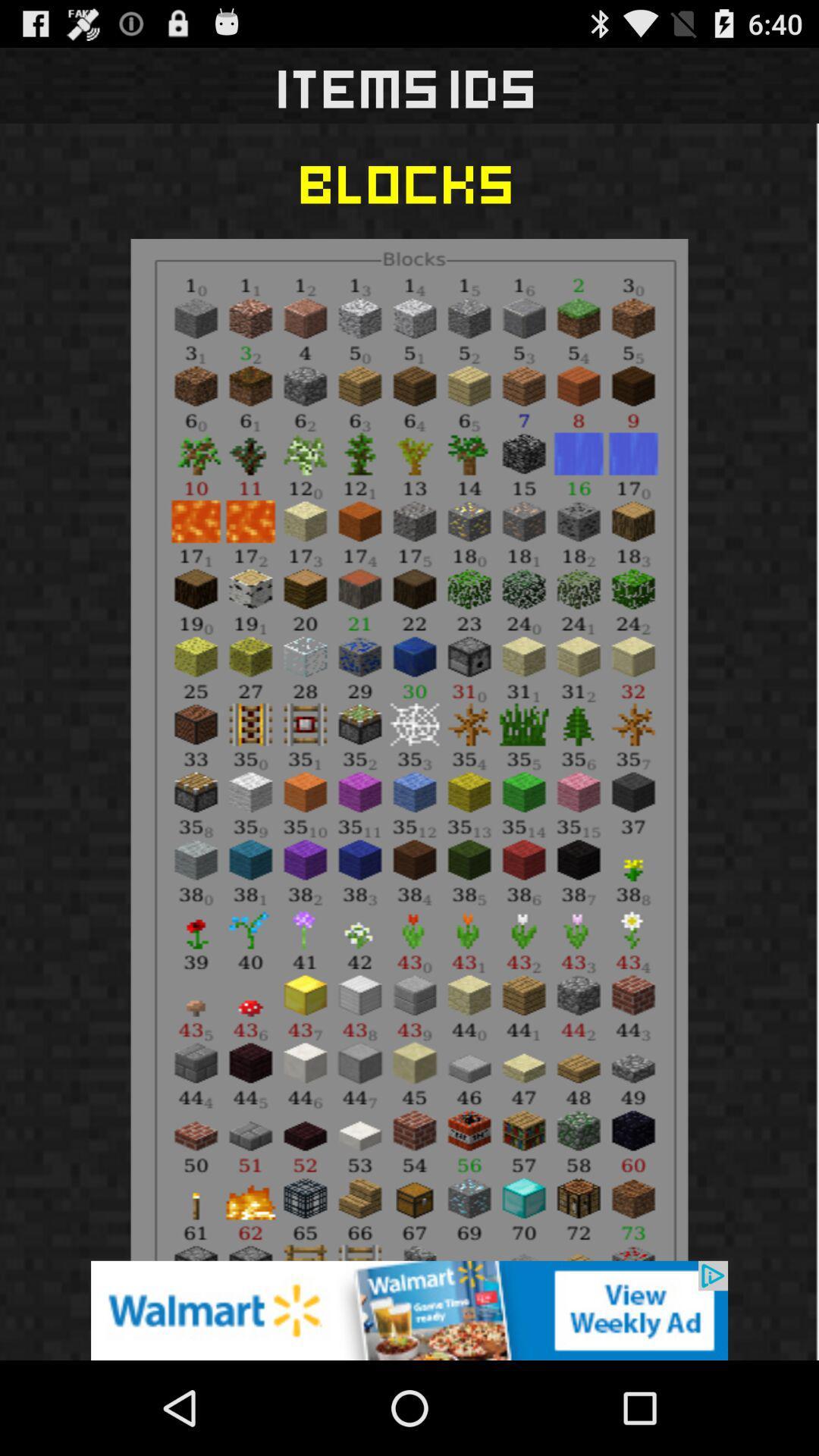 This screenshot has height=1456, width=819. Describe the element at coordinates (409, 1310) in the screenshot. I see `advertisement` at that location.